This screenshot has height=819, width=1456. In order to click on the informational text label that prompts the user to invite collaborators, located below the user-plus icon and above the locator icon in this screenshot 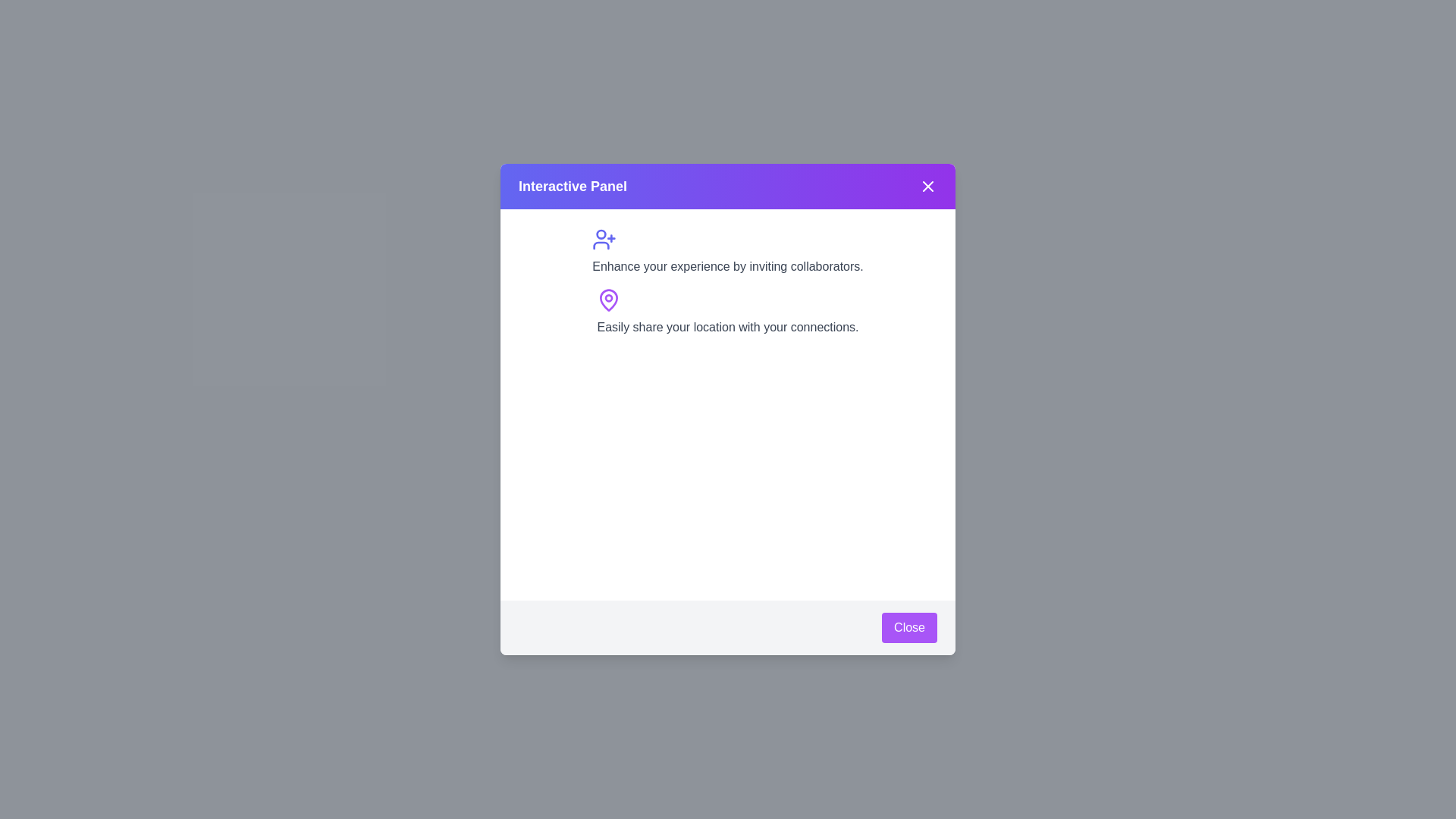, I will do `click(728, 265)`.